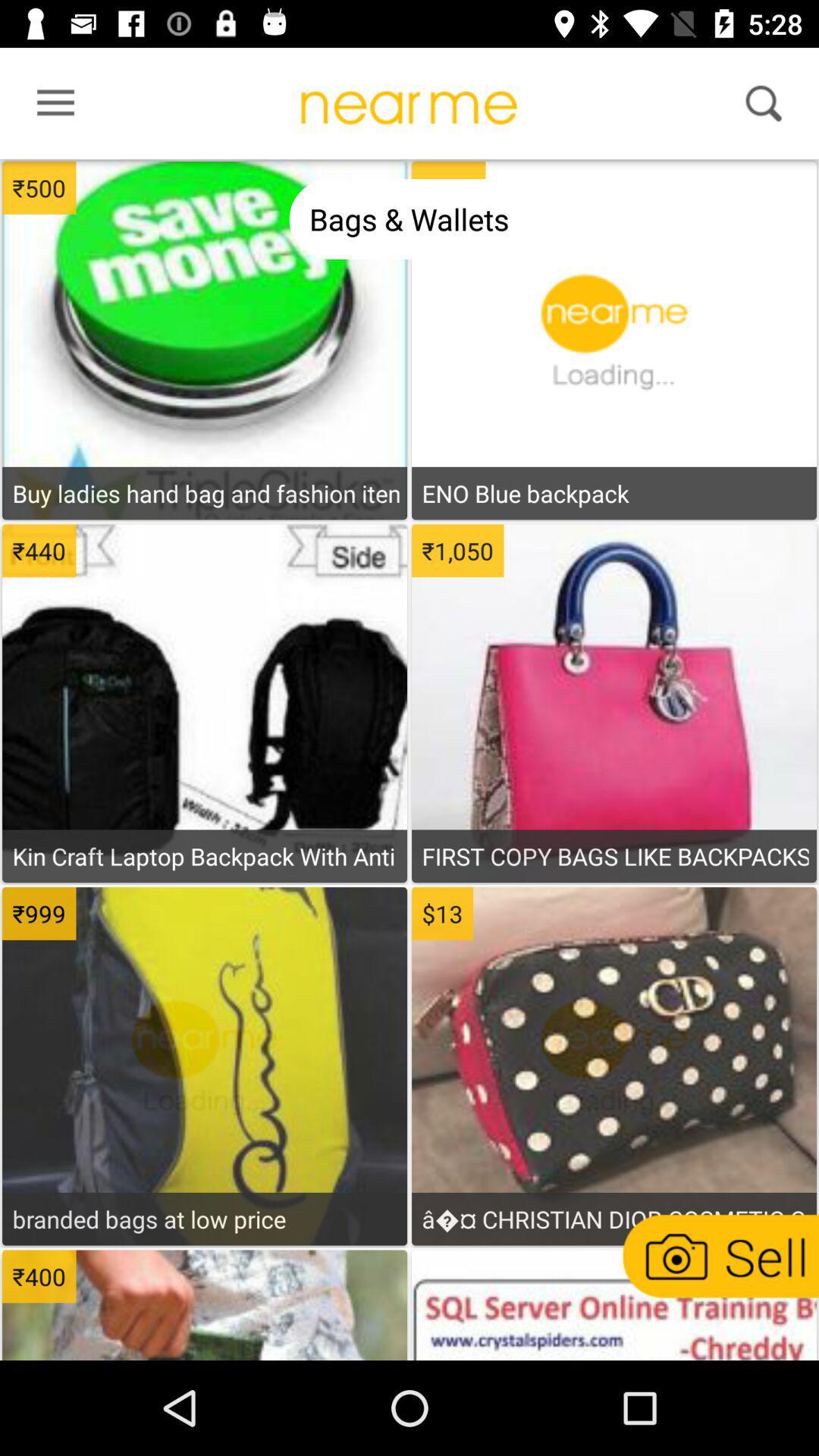 This screenshot has height=1456, width=819. I want to click on flyout, so click(50, 106).